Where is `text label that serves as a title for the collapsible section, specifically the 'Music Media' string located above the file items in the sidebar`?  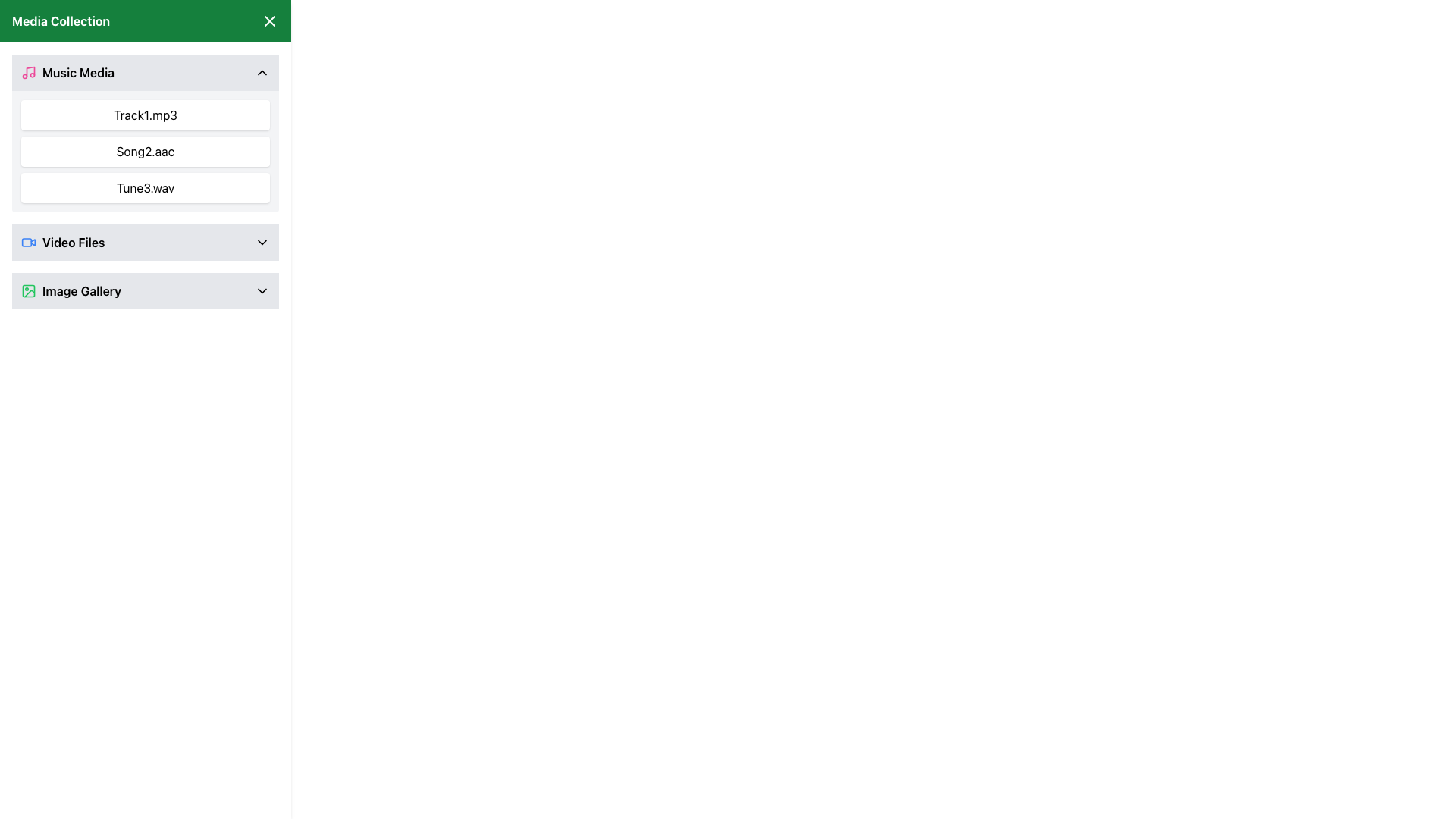
text label that serves as a title for the collapsible section, specifically the 'Music Media' string located above the file items in the sidebar is located at coordinates (77, 73).